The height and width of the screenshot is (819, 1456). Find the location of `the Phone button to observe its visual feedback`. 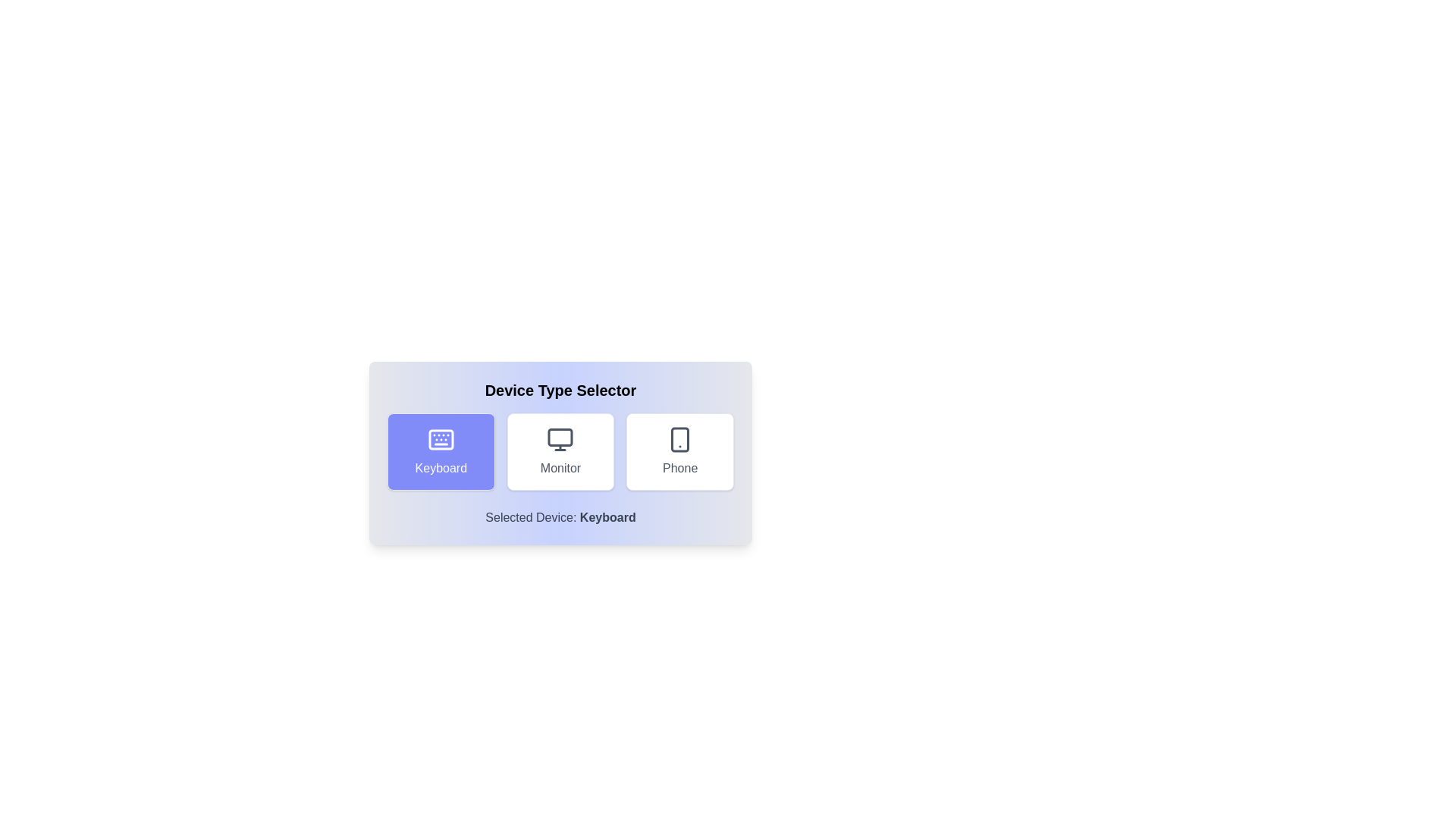

the Phone button to observe its visual feedback is located at coordinates (679, 451).